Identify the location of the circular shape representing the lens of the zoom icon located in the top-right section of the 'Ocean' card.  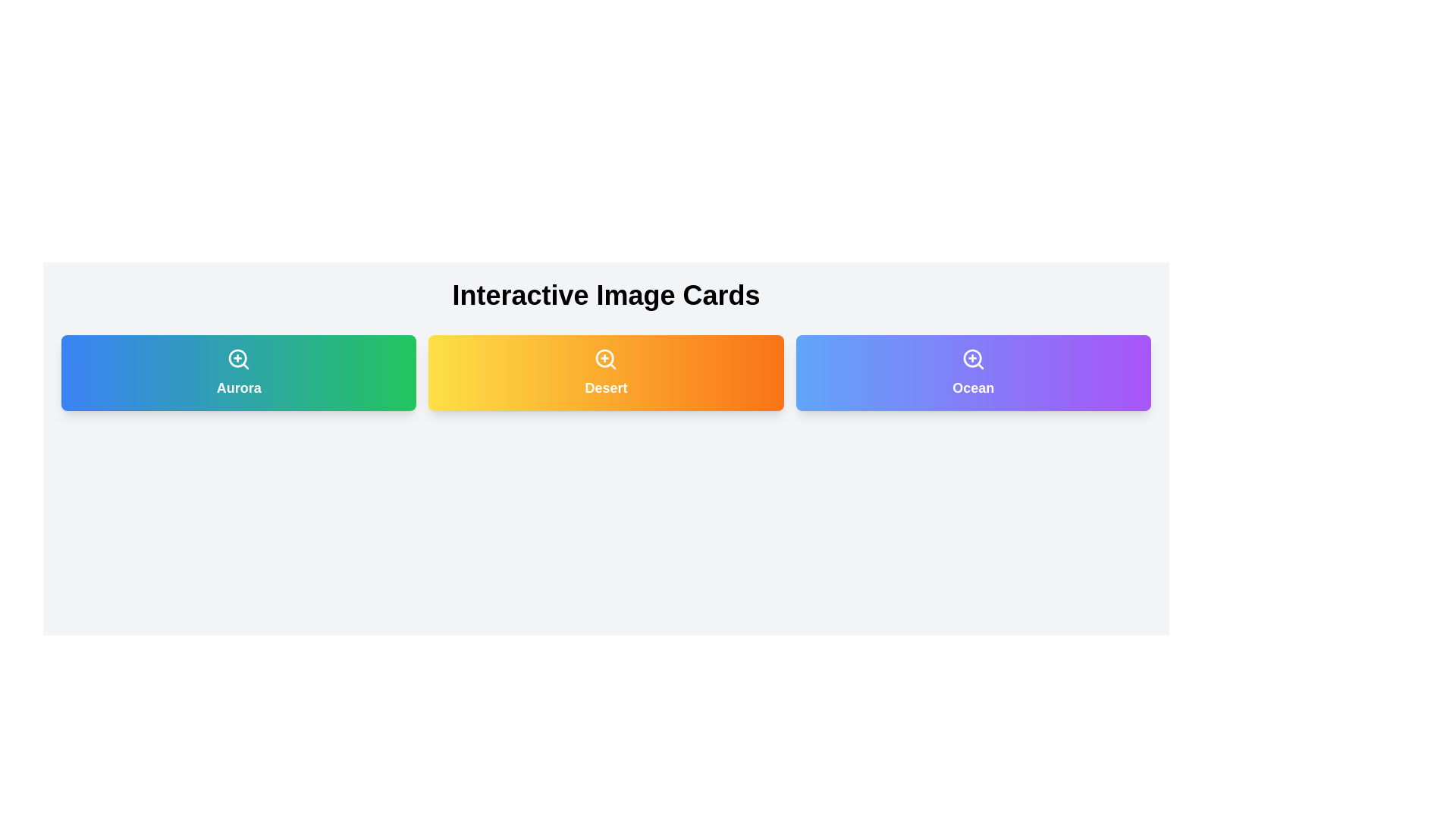
(972, 358).